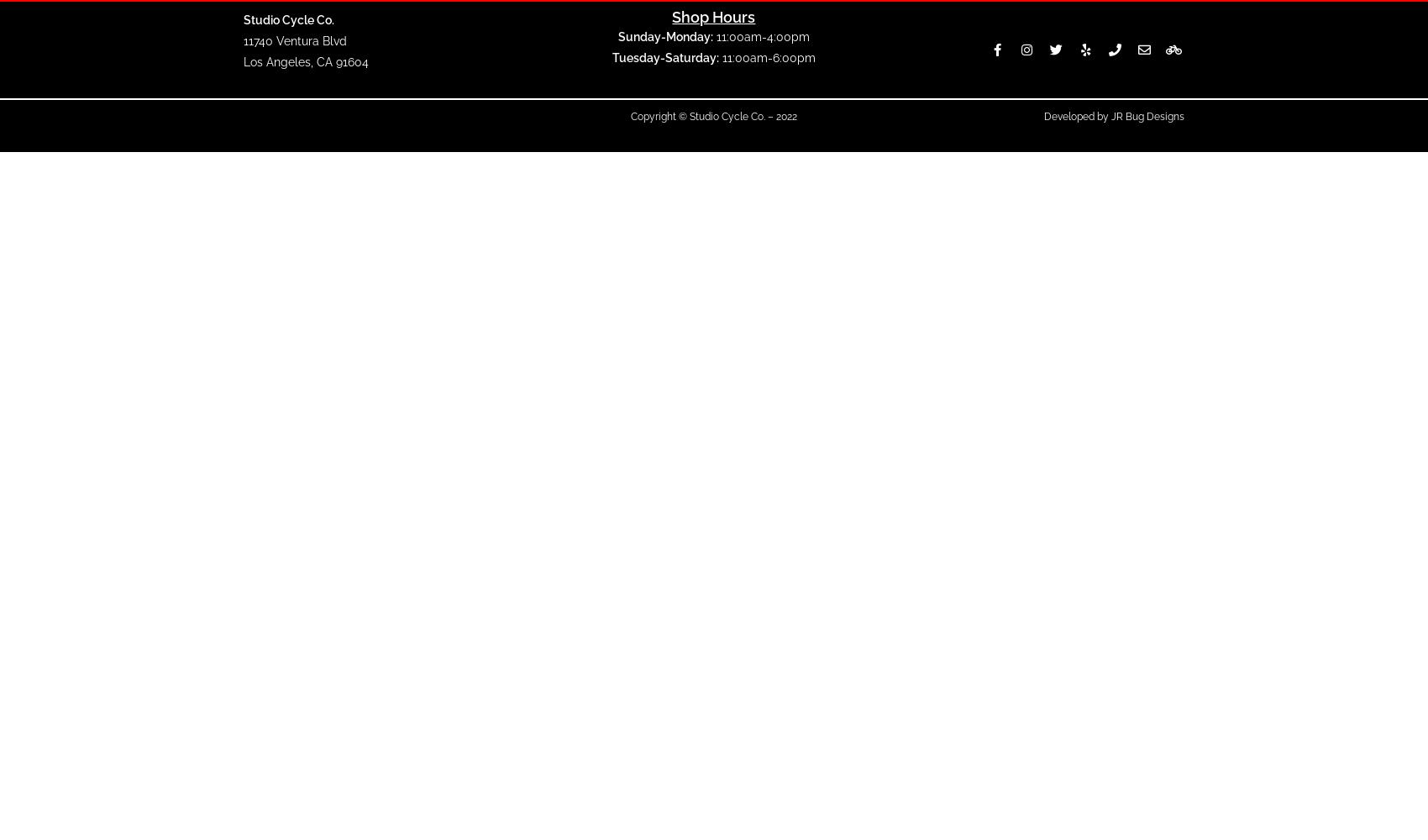 This screenshot has width=1428, height=840. What do you see at coordinates (760, 36) in the screenshot?
I see `'11:00am-4:00pm'` at bounding box center [760, 36].